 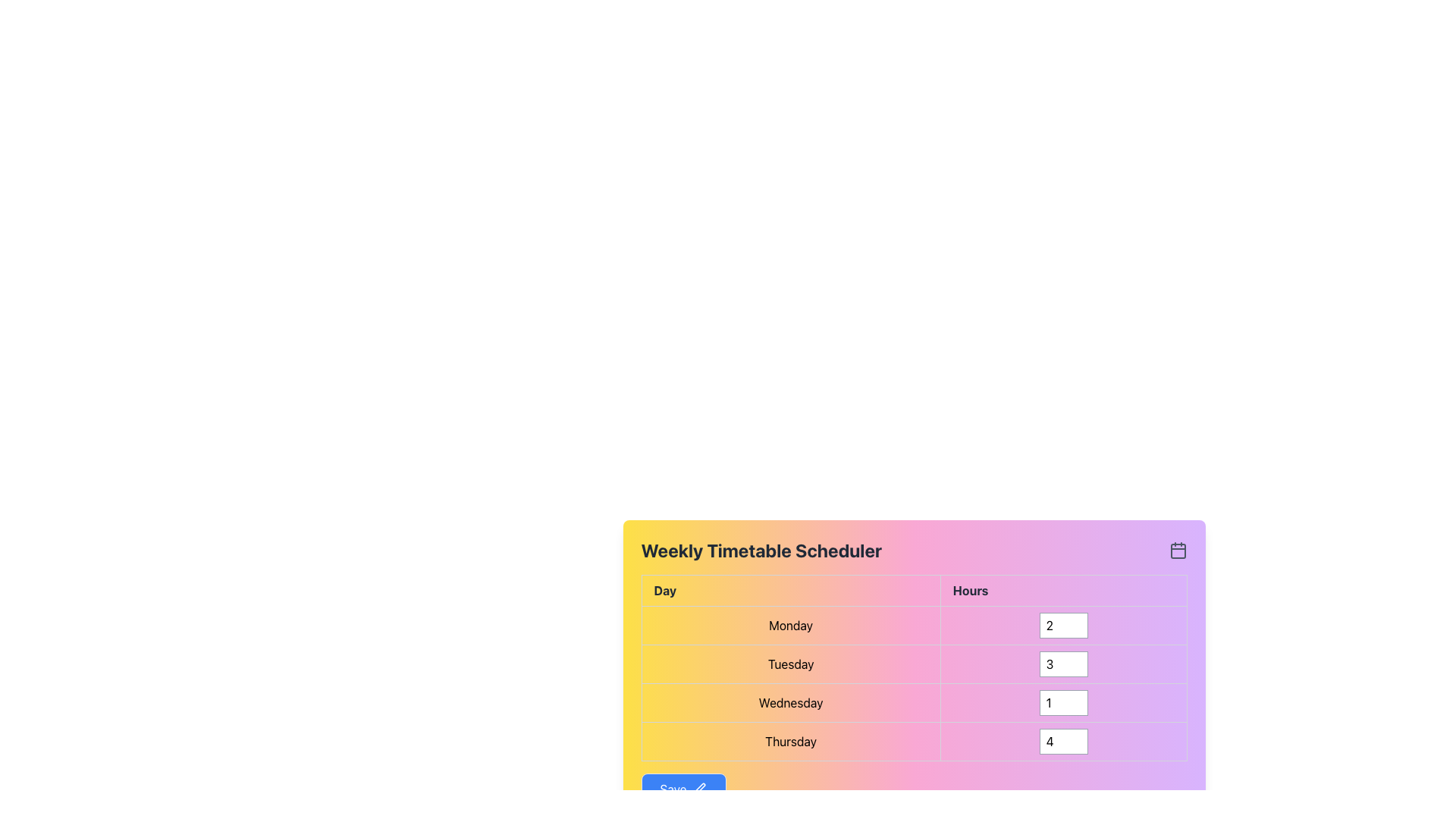 What do you see at coordinates (790, 626) in the screenshot?
I see `the static label marked 'Monday' in the first row of the 'Day' column of the table` at bounding box center [790, 626].